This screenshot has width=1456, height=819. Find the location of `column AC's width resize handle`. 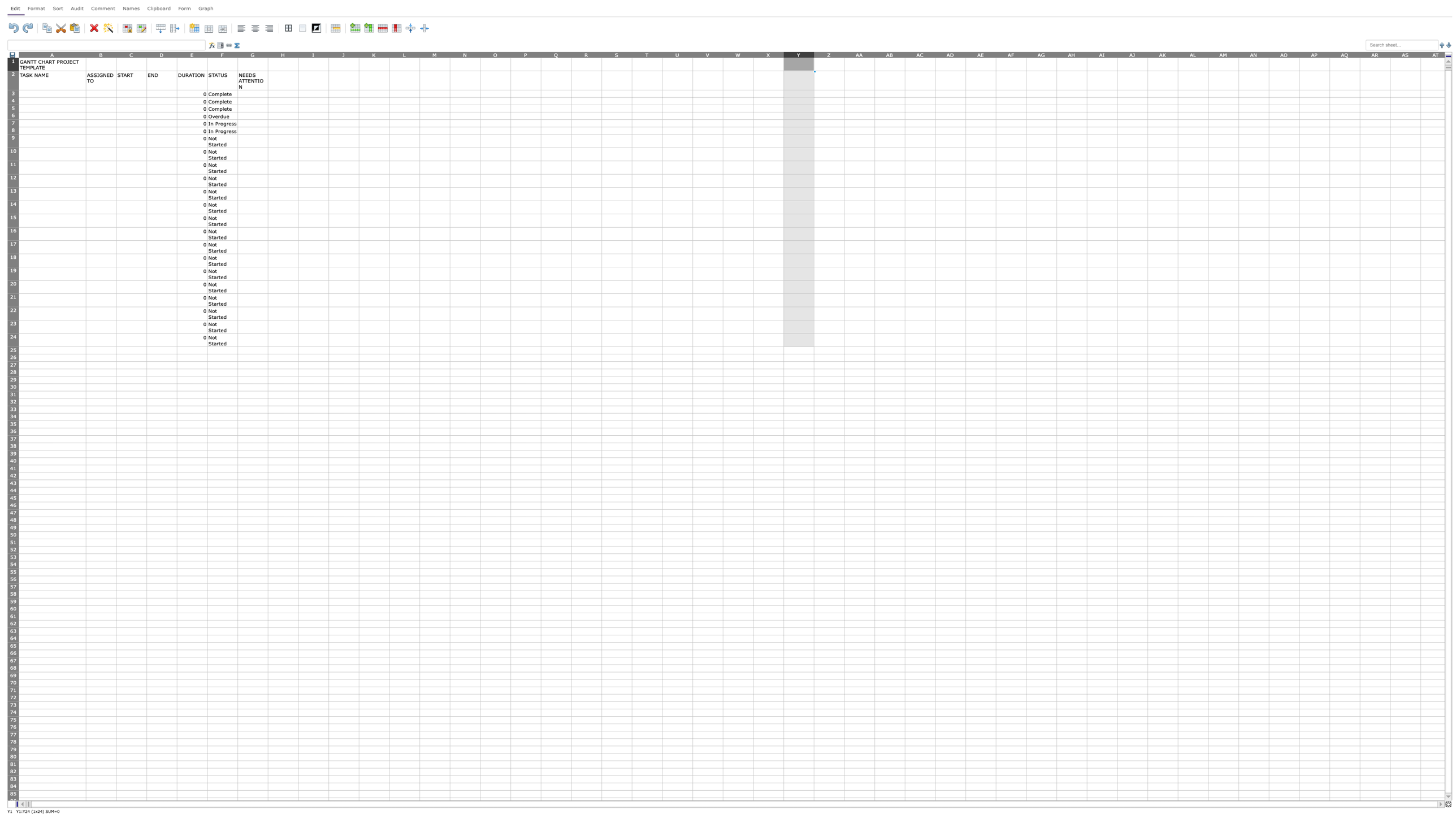

column AC's width resize handle is located at coordinates (935, 54).